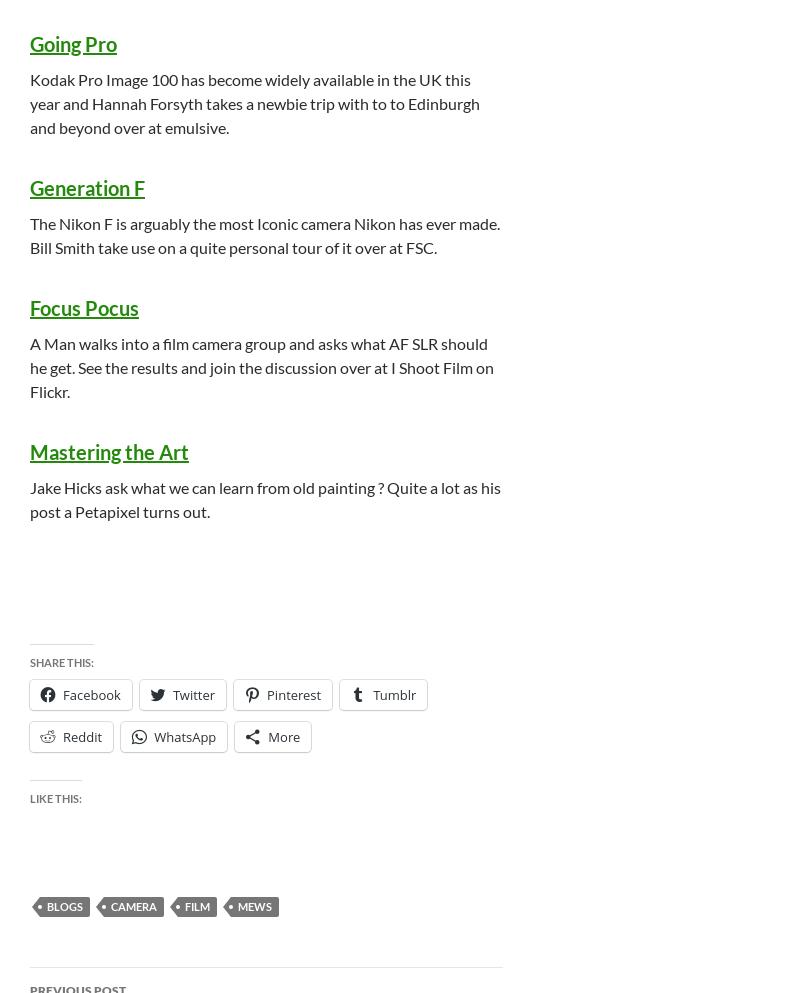  I want to click on 'Camera', so click(134, 905).